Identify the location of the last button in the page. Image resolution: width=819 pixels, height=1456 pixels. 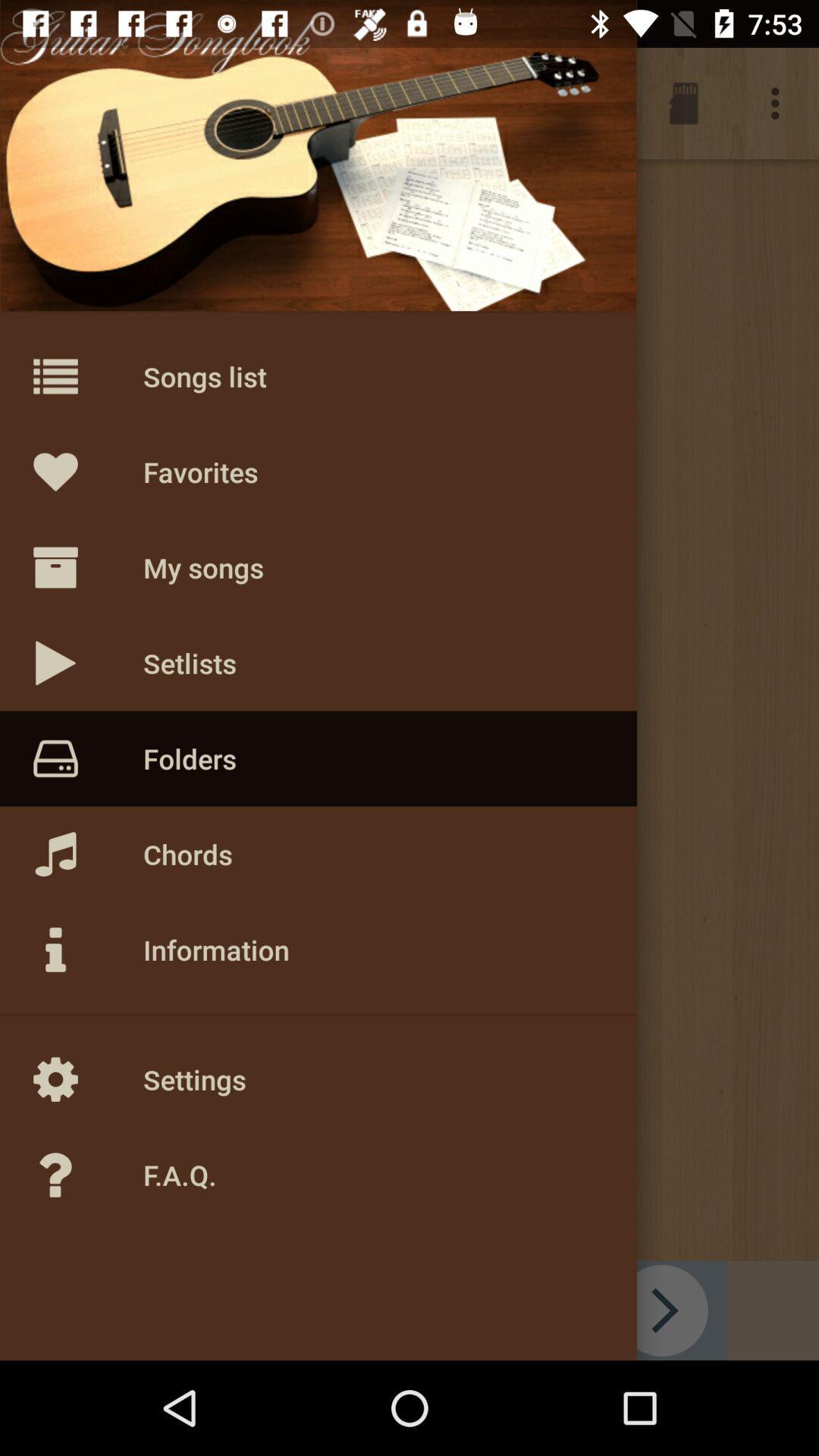
(87, 1175).